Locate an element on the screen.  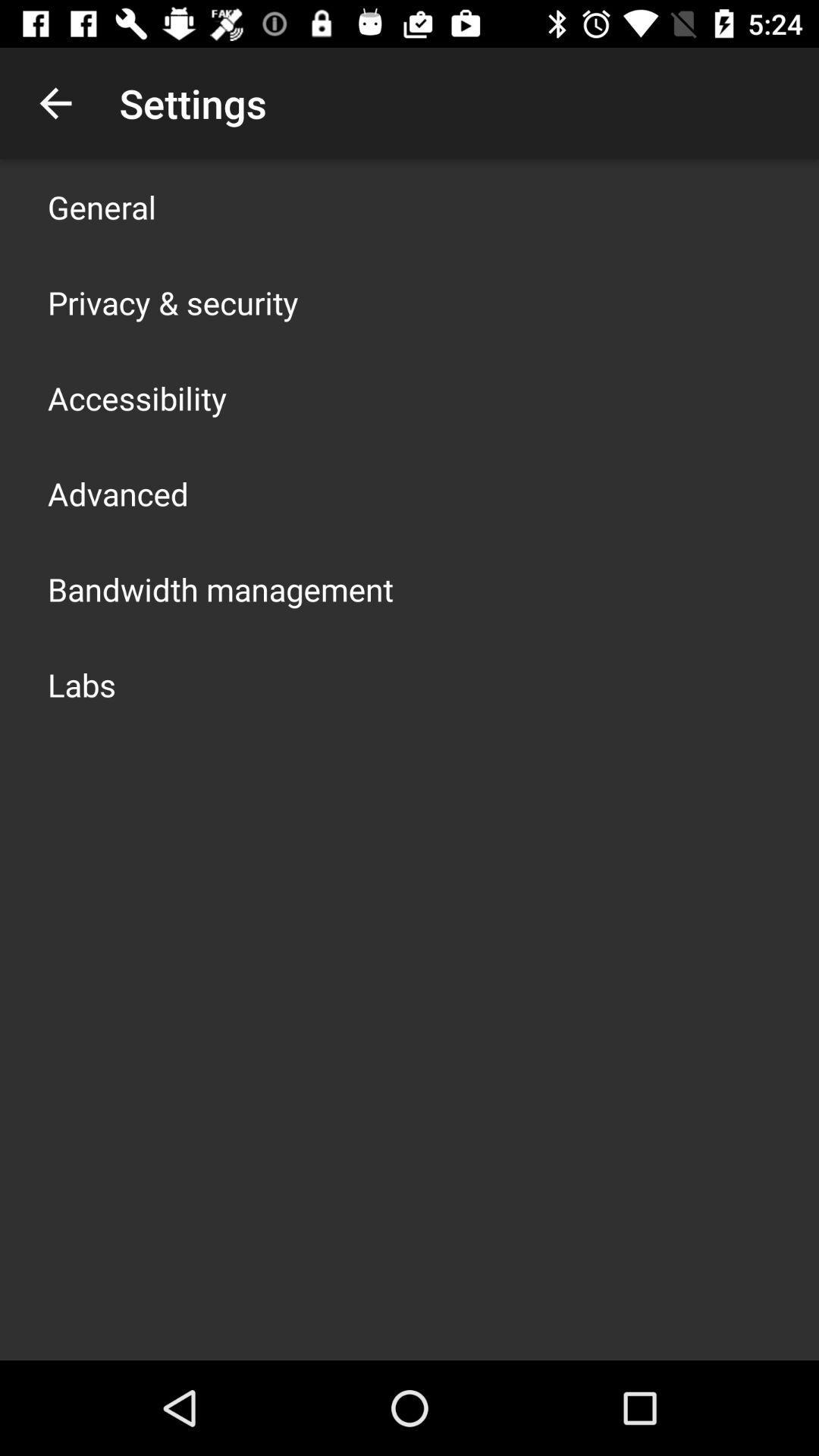
the icon above the advanced is located at coordinates (137, 397).